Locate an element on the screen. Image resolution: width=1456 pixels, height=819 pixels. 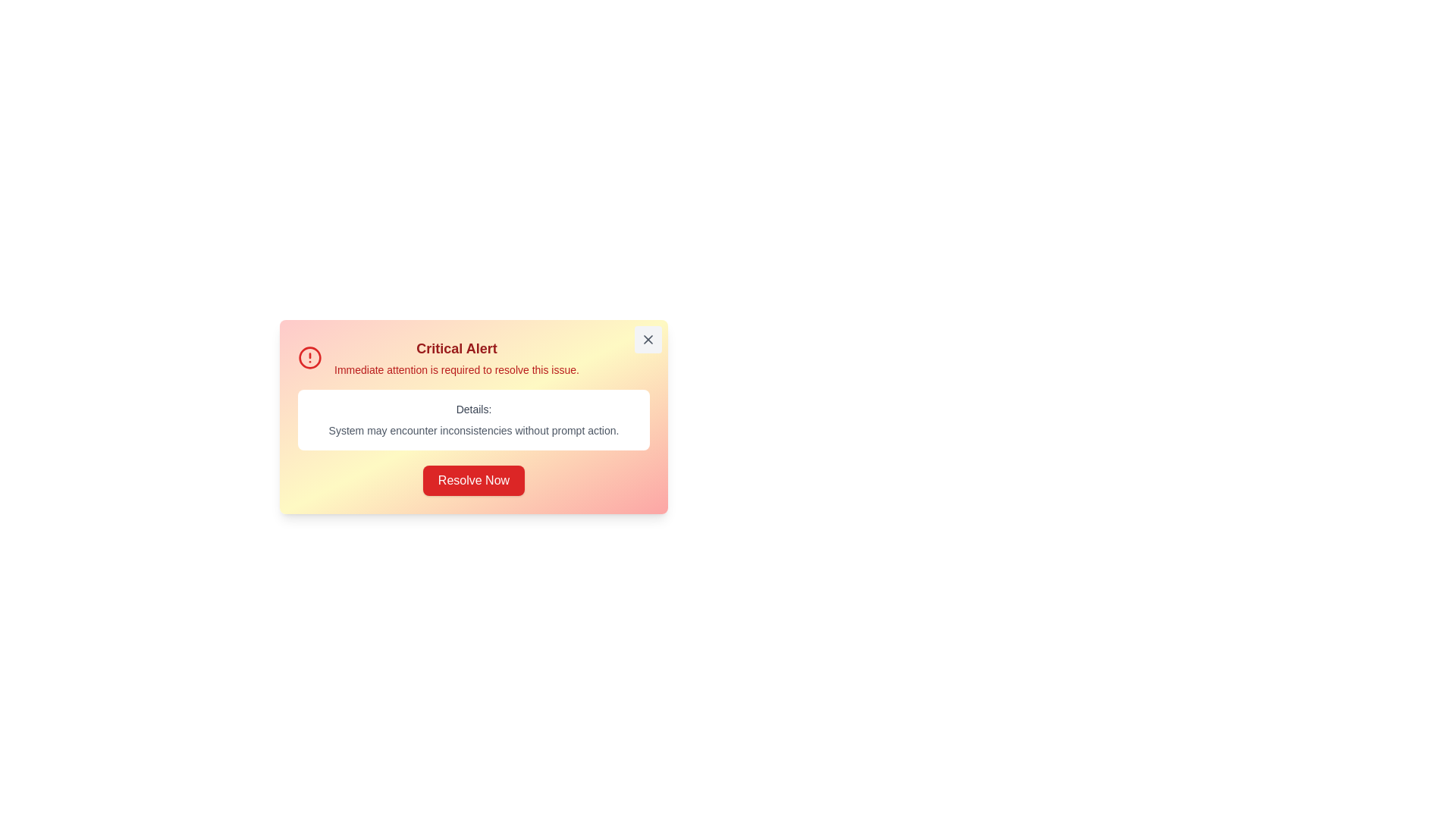
the 'Resolve Now' button to acknowledge the issue is located at coordinates (472, 480).